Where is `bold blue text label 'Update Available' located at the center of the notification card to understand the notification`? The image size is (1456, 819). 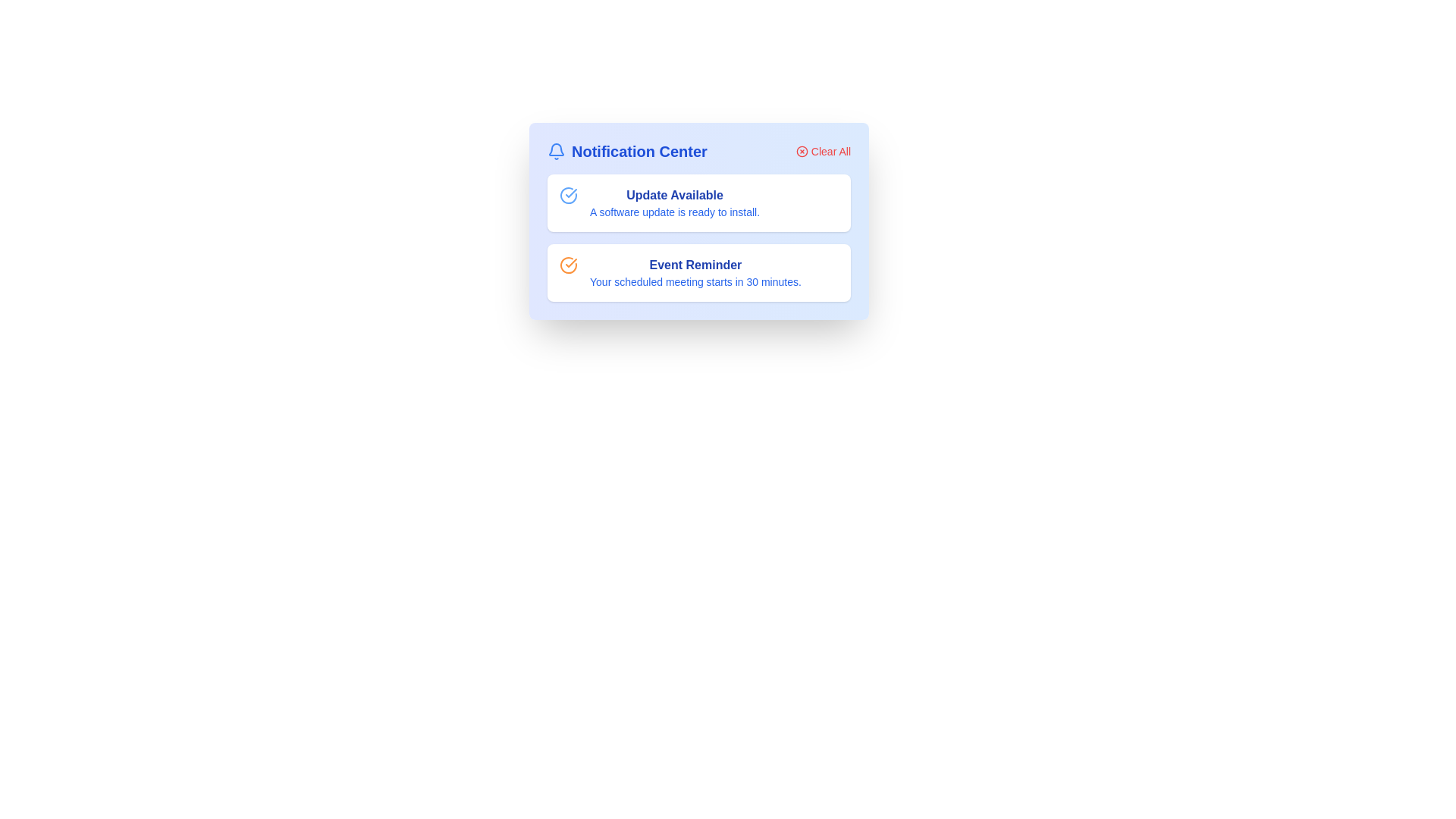
bold blue text label 'Update Available' located at the center of the notification card to understand the notification is located at coordinates (674, 195).